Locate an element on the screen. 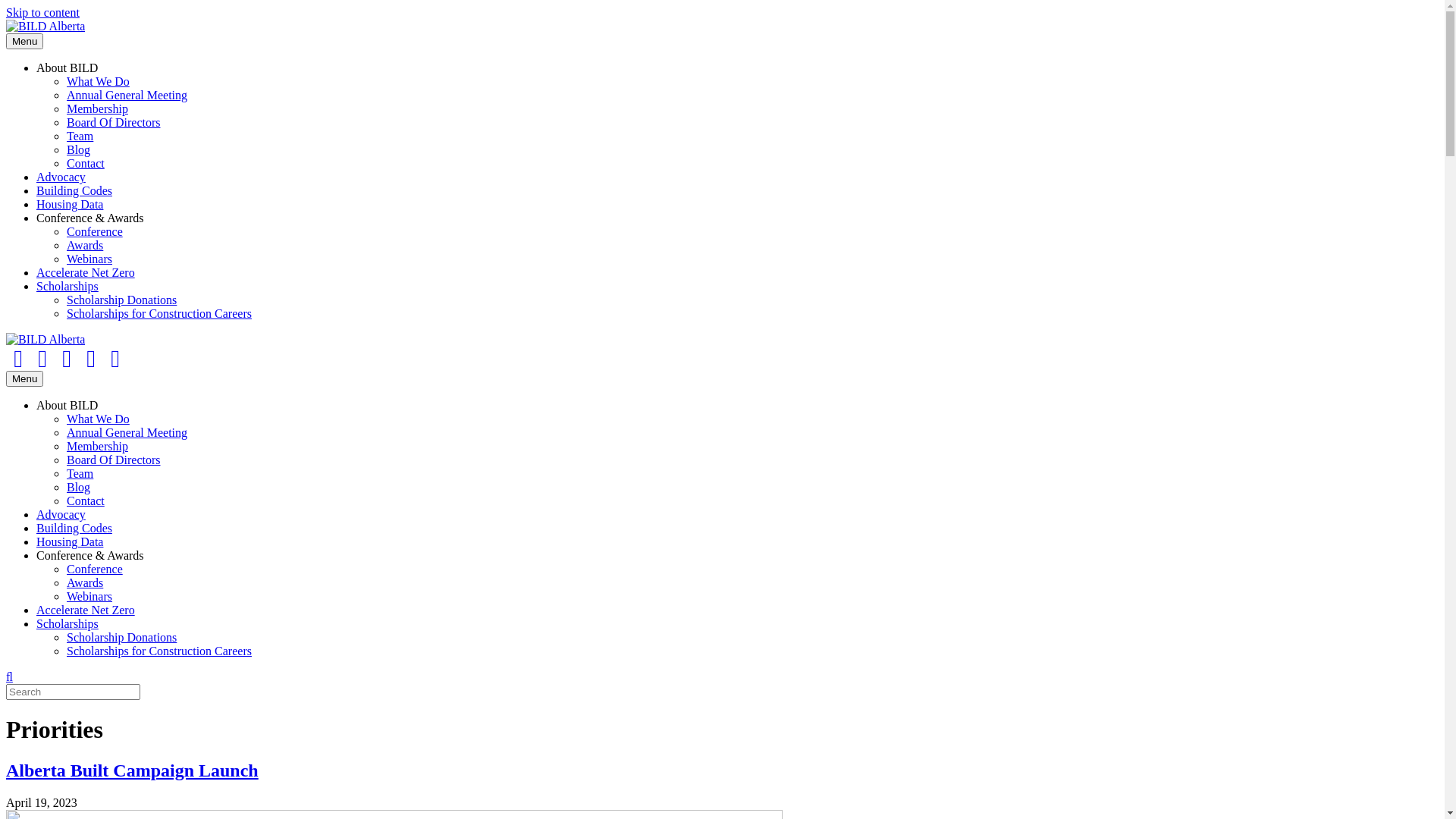 The image size is (1456, 819). 'Contact' is located at coordinates (85, 500).